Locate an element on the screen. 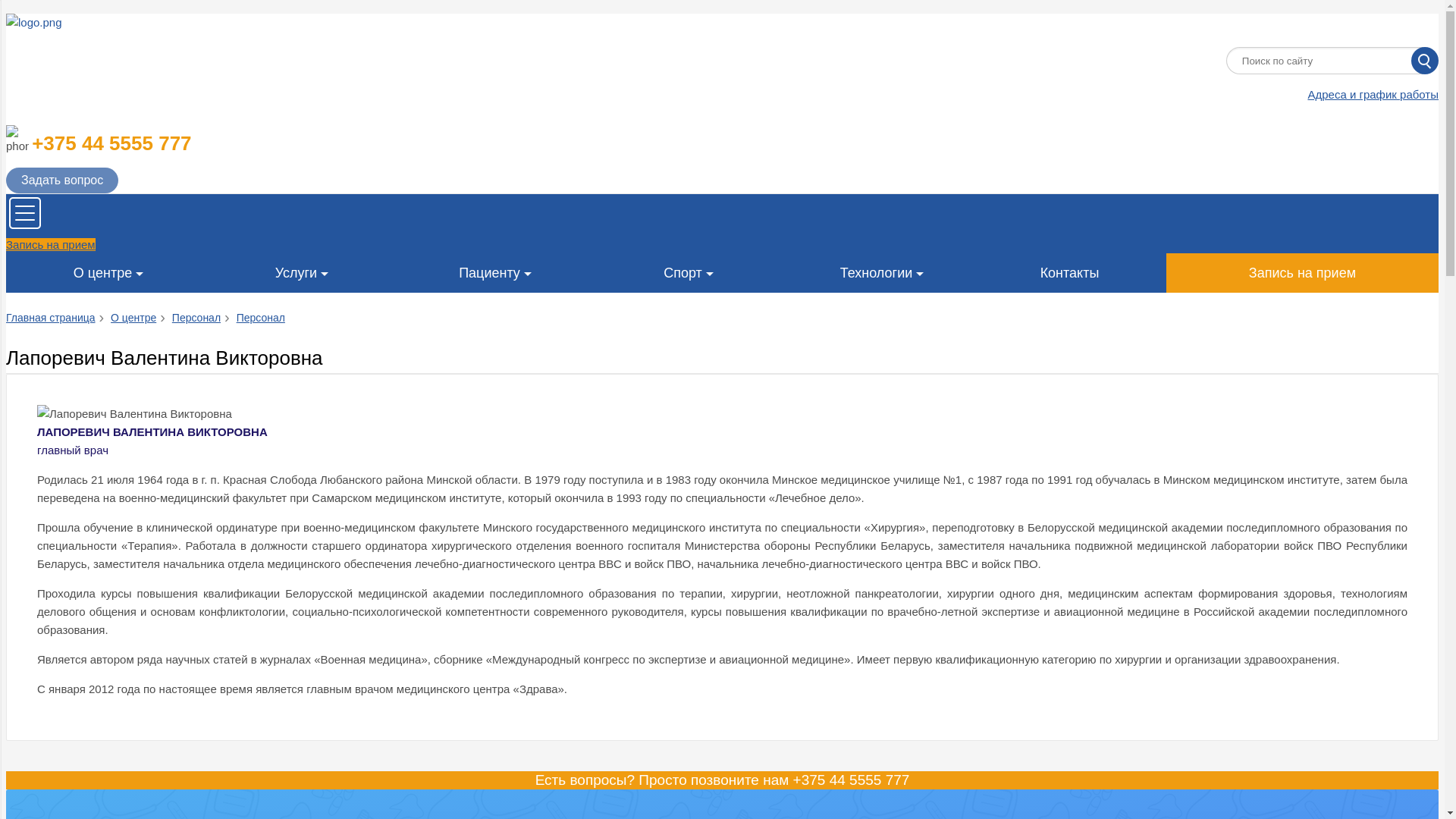 The image size is (1456, 819). 'phone.png' is located at coordinates (17, 140).